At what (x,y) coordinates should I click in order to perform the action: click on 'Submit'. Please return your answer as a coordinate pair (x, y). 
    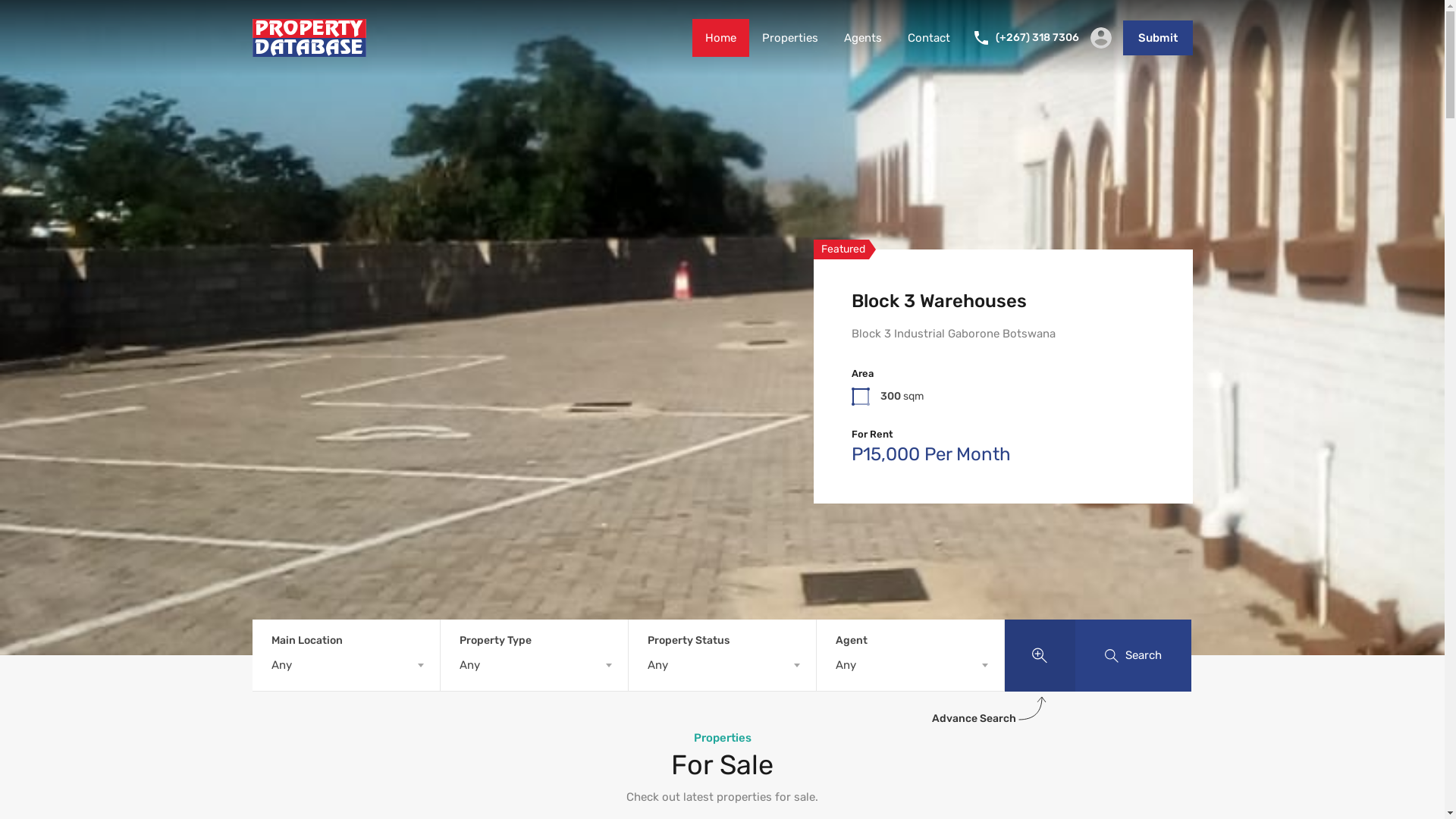
    Looking at the image, I should click on (1122, 37).